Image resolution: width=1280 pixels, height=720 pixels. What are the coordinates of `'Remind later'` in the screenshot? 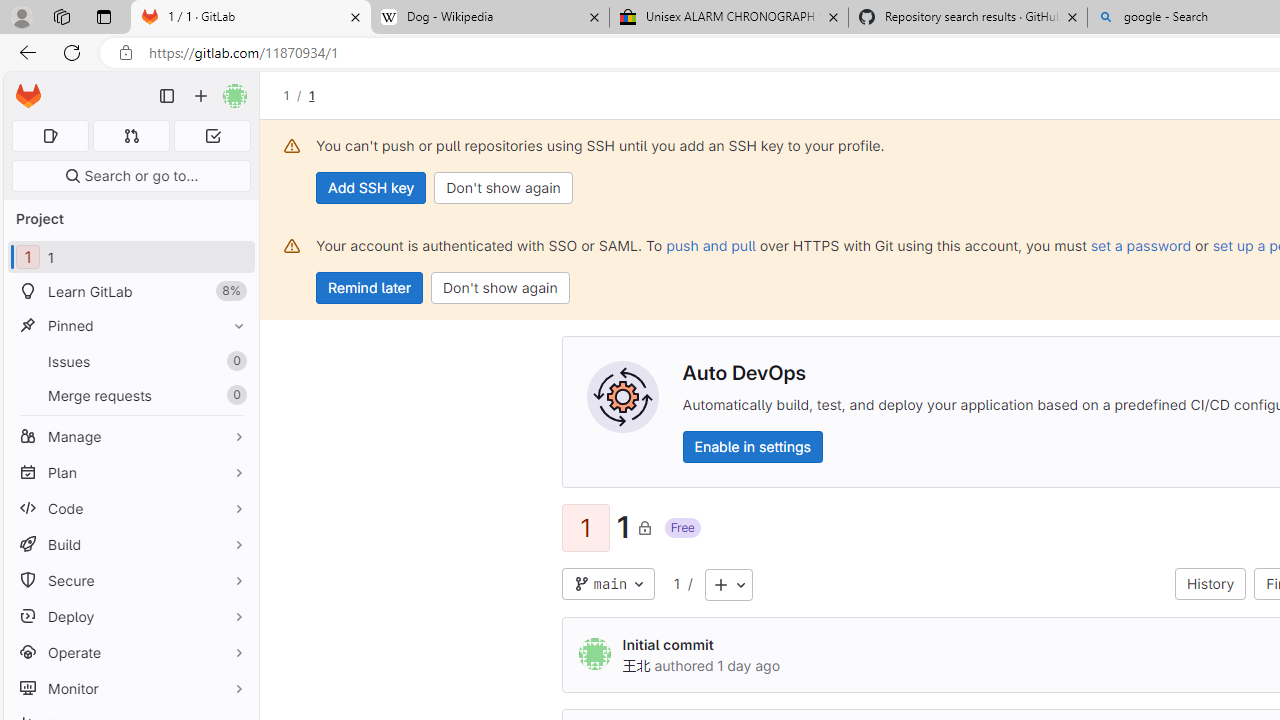 It's located at (369, 288).